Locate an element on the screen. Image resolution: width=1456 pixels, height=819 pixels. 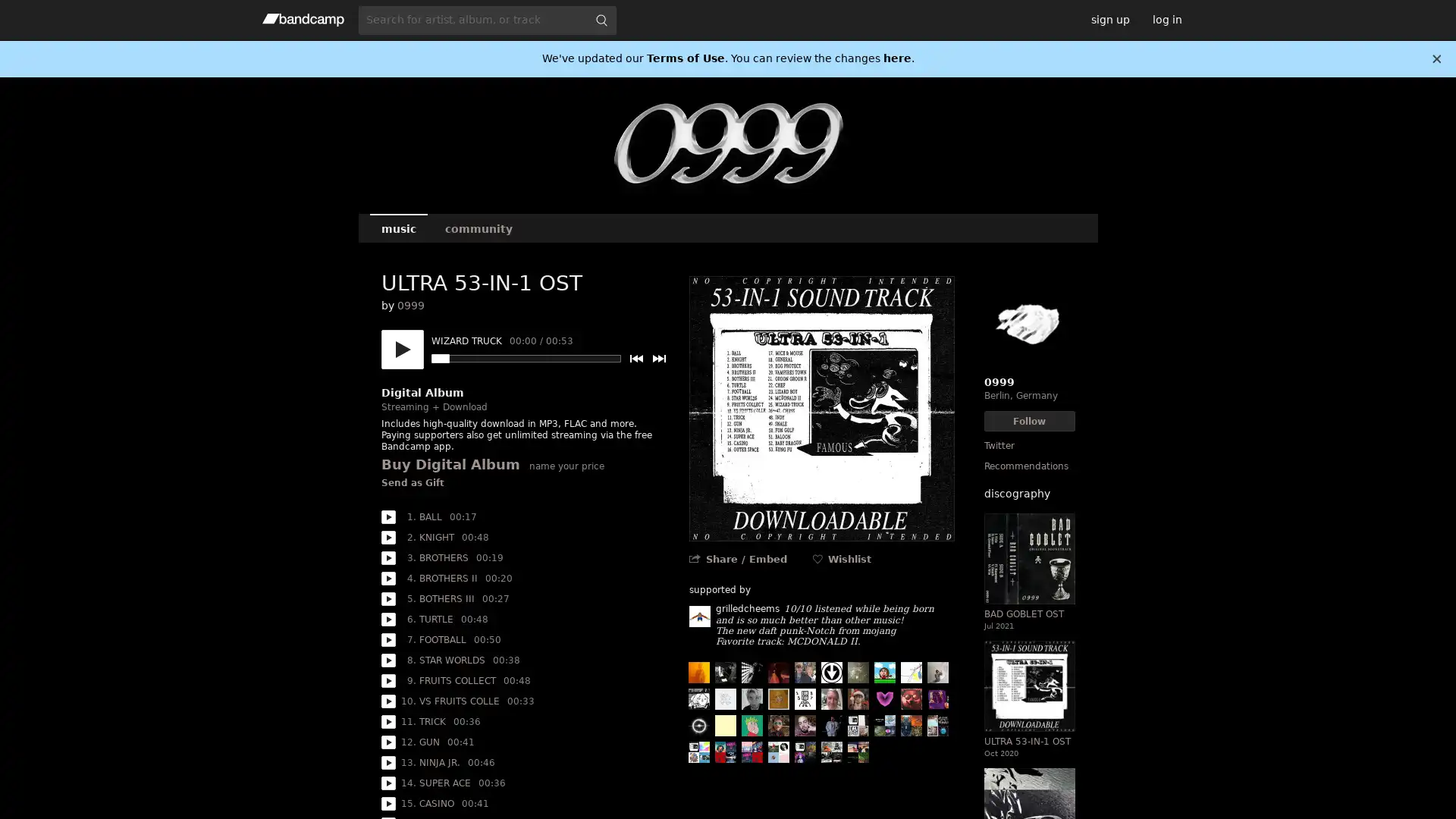
Play BOTHERS III is located at coordinates (388, 598).